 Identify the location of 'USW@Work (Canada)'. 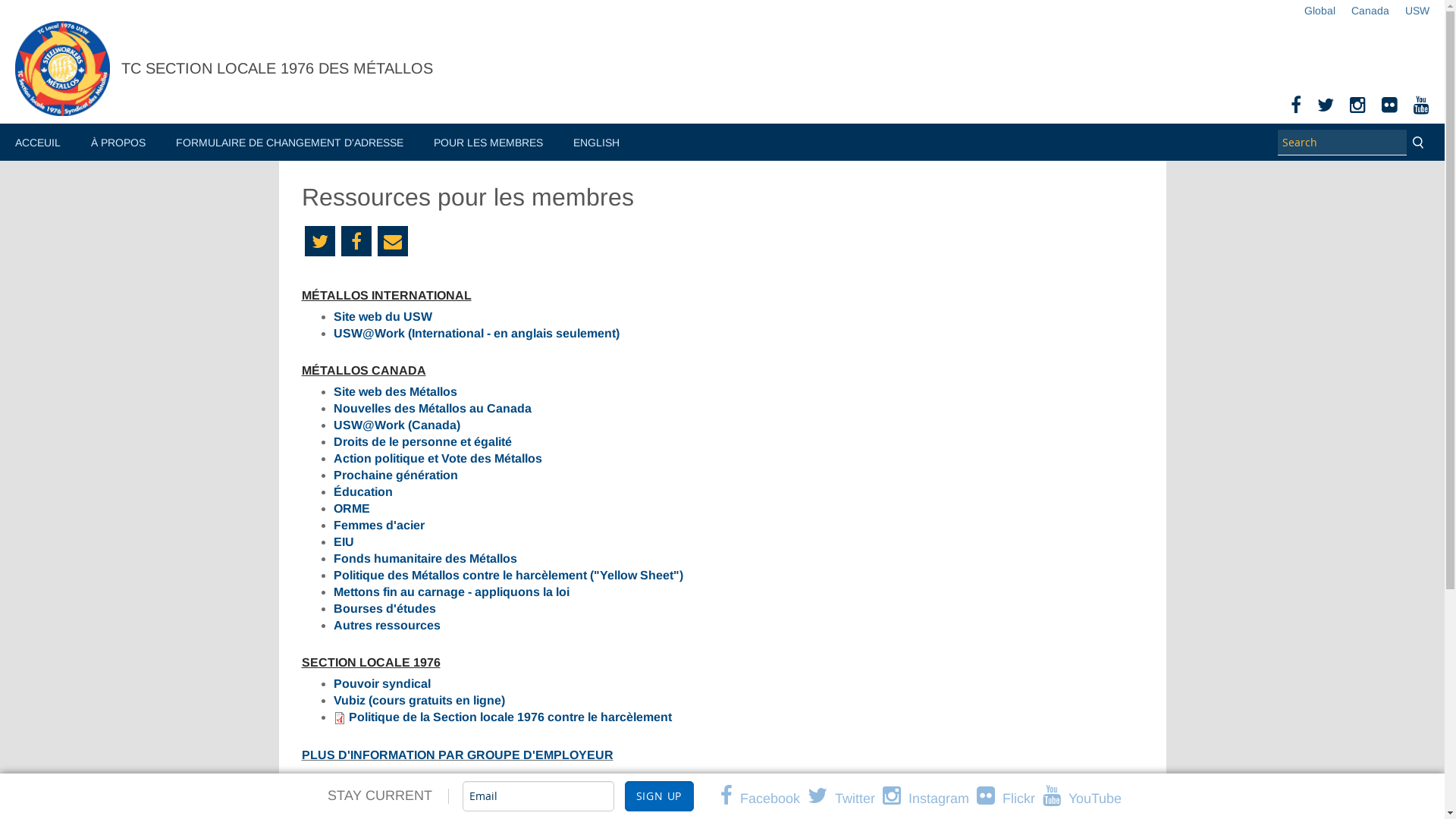
(397, 425).